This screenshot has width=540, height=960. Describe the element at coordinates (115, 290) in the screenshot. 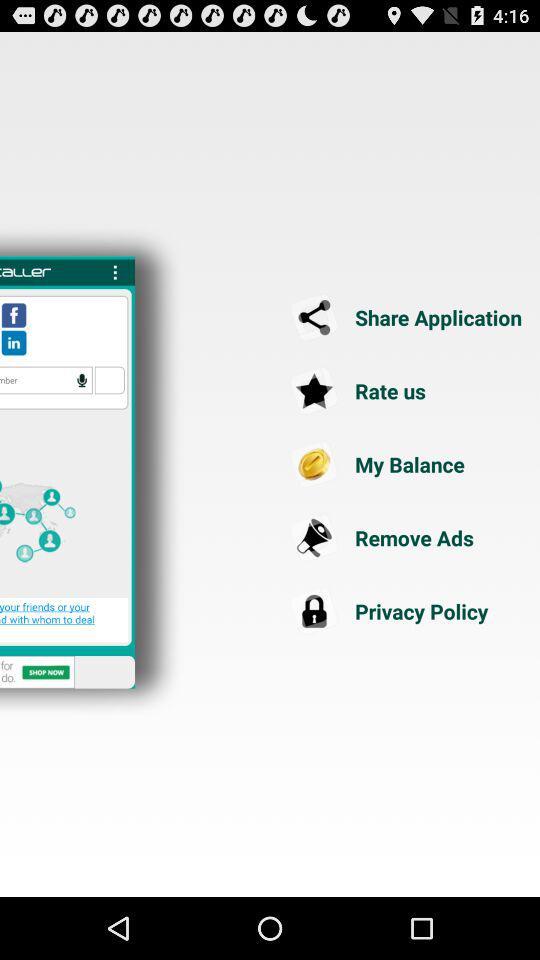

I see `the more icon` at that location.